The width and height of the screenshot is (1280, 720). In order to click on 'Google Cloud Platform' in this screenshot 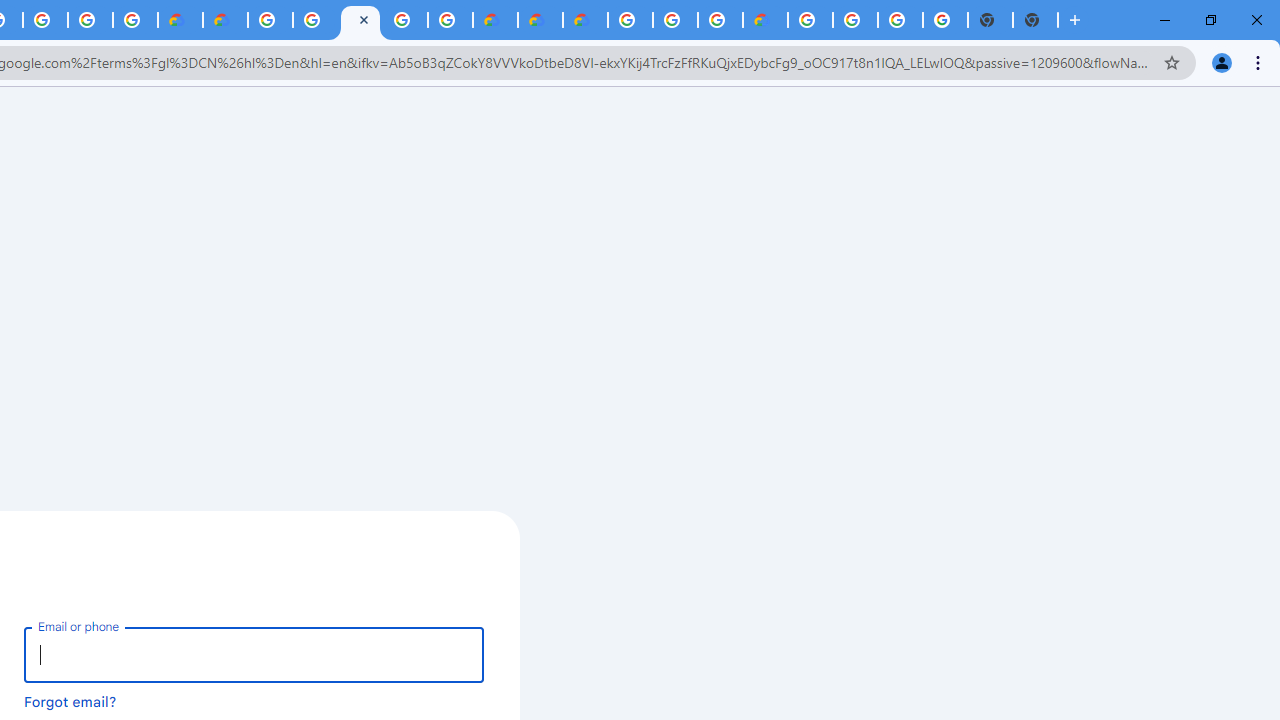, I will do `click(810, 20)`.